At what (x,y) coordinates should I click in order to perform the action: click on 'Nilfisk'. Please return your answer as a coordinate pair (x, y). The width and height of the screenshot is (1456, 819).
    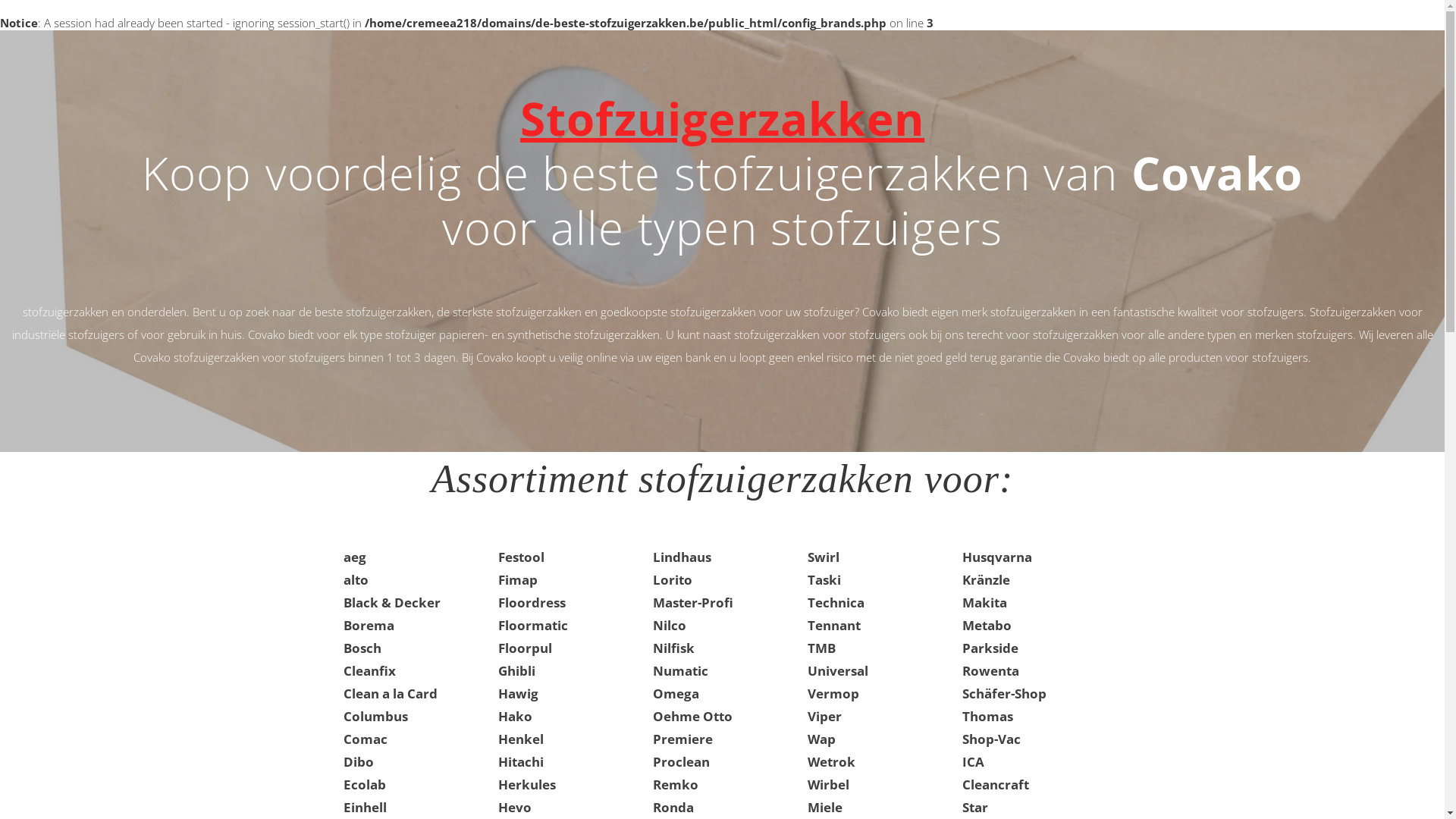
    Looking at the image, I should click on (672, 648).